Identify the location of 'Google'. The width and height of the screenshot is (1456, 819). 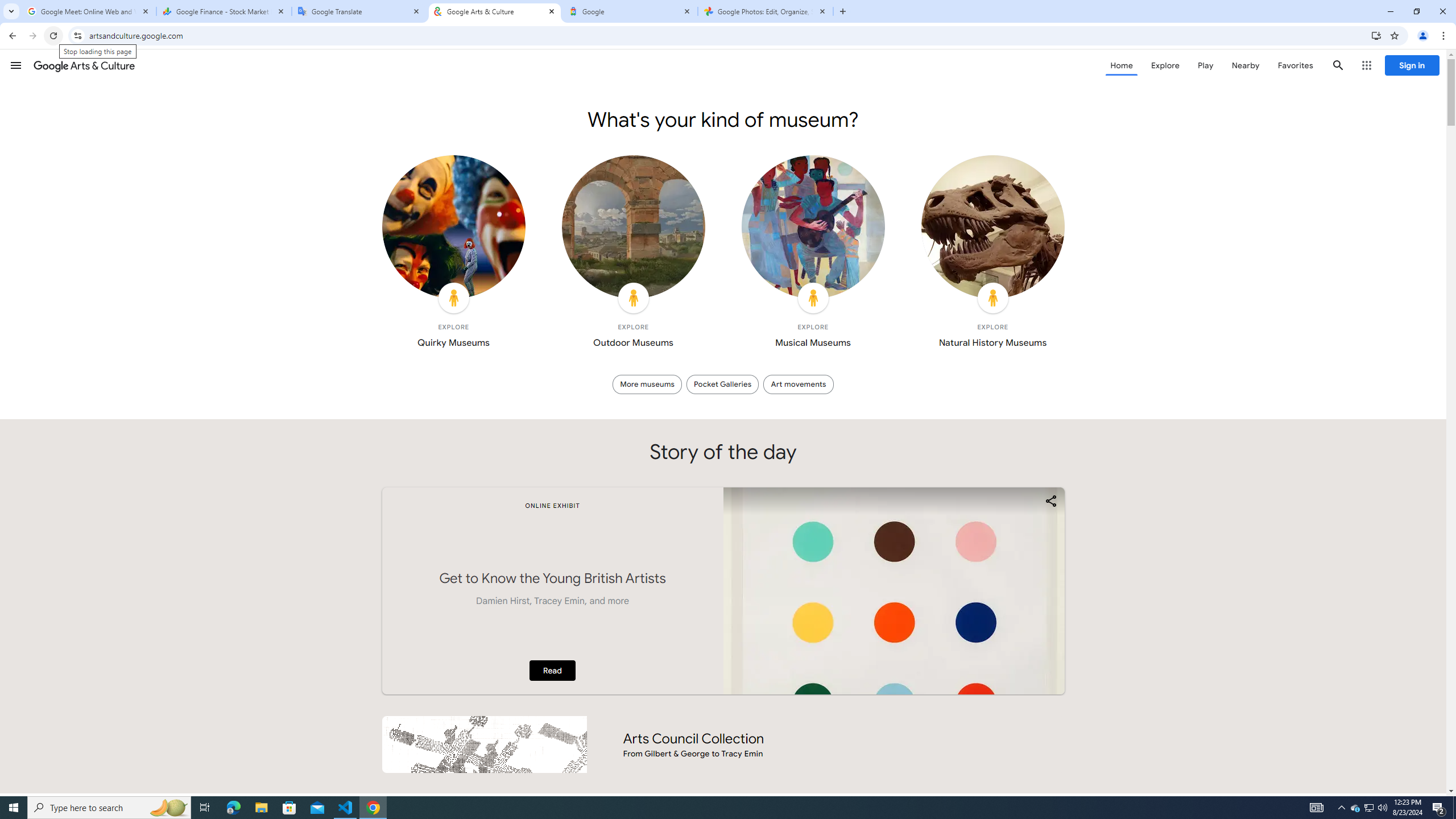
(630, 11).